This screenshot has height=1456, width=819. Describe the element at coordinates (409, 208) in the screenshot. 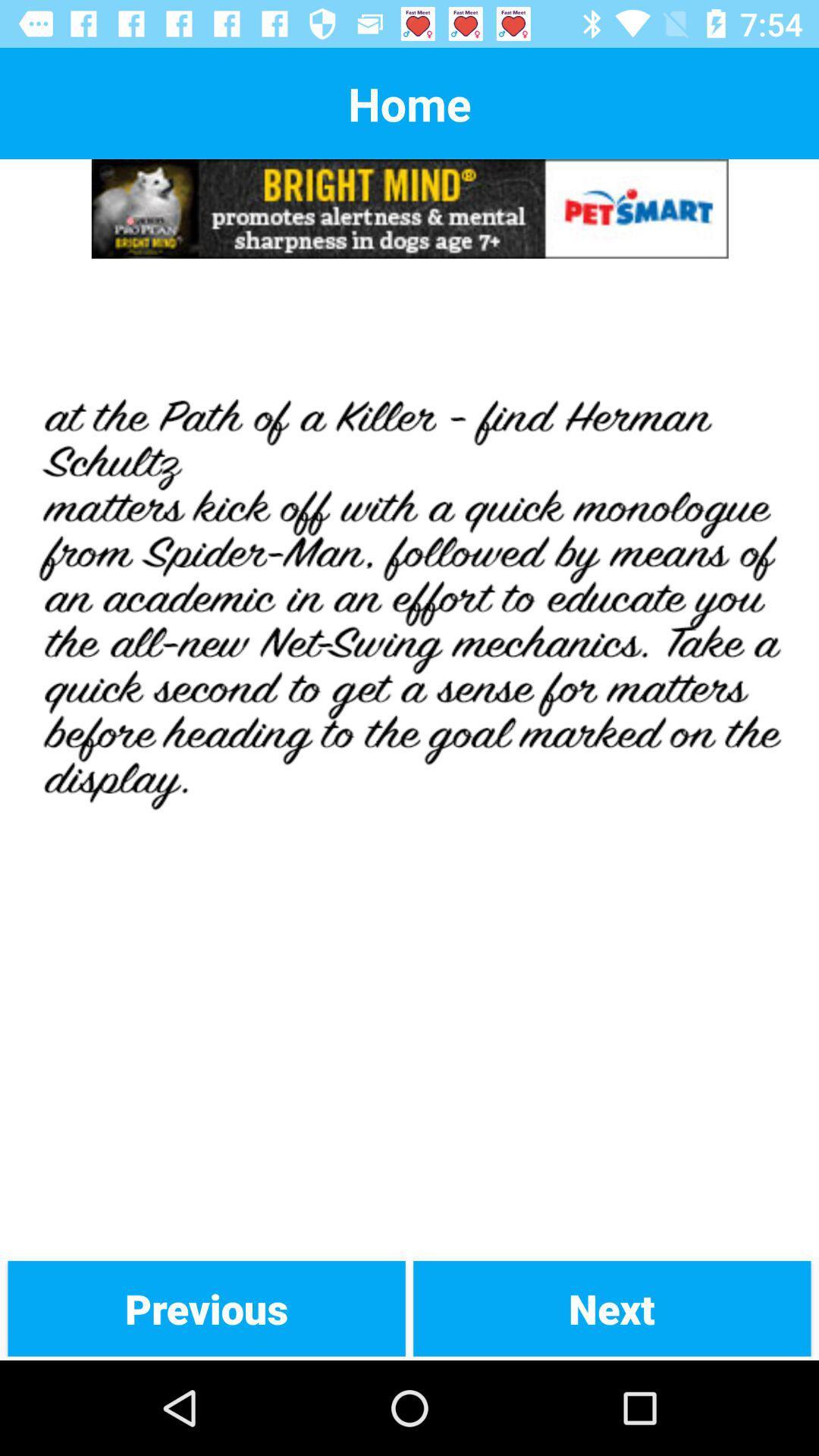

I see `advertisement banner` at that location.